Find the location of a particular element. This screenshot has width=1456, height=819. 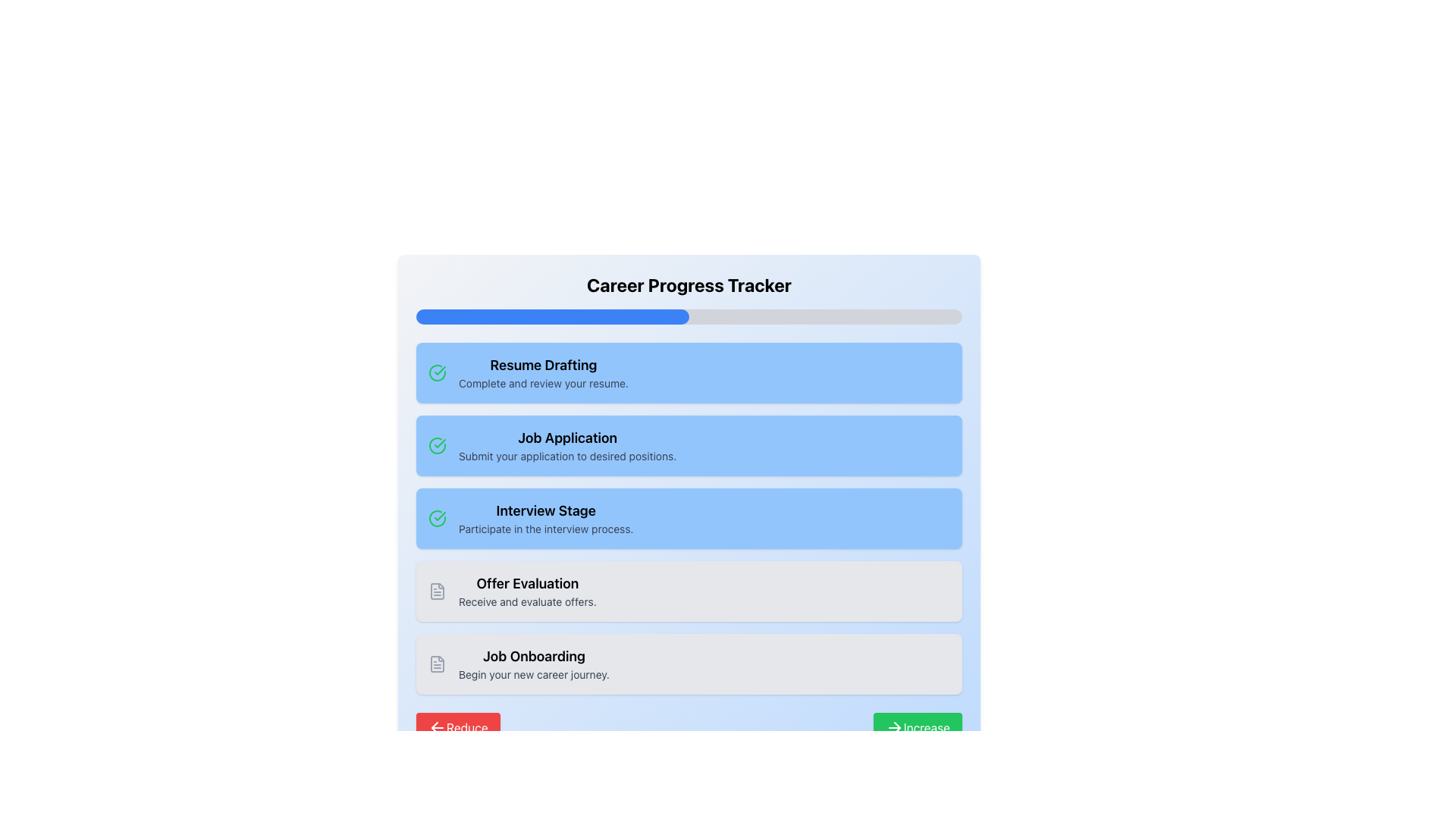

the 'Resume Drafting' progress stage indicator in the Career Progress Tracker section, which is the first entry in a vertical list is located at coordinates (688, 373).